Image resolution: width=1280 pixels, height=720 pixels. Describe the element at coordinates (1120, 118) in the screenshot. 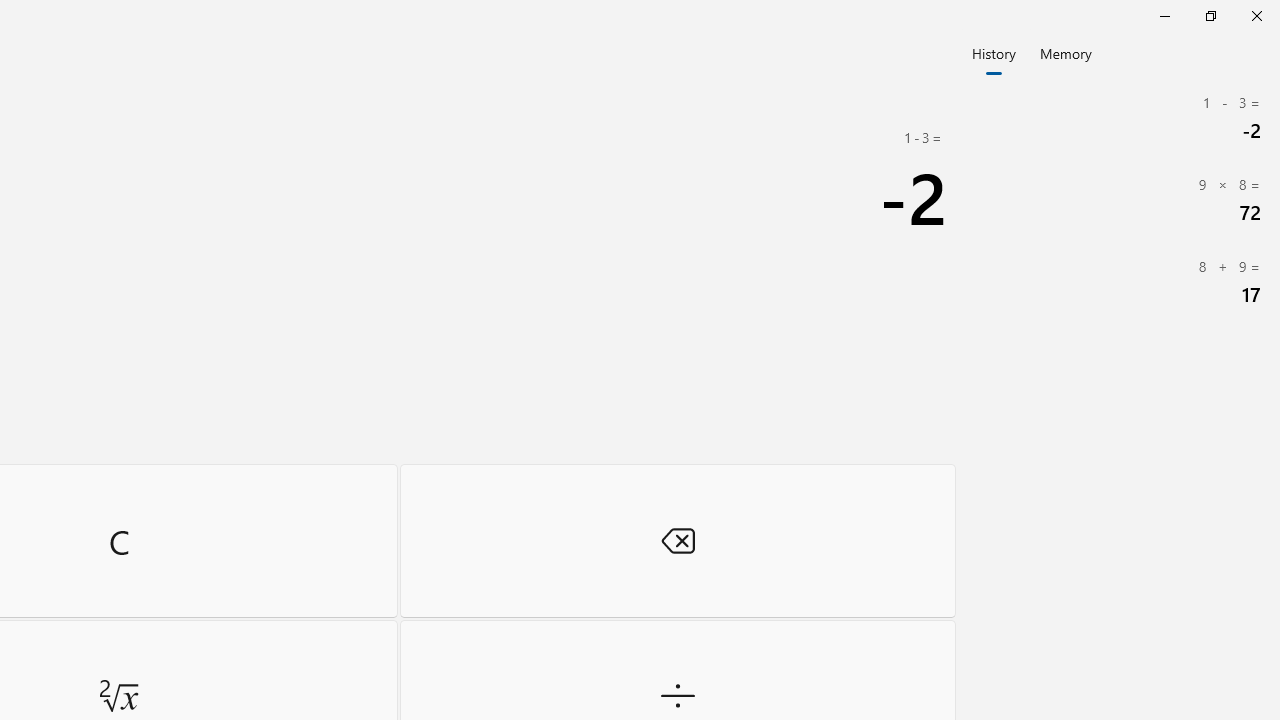

I see `'1 Minus ( 3= Minus (2'` at that location.